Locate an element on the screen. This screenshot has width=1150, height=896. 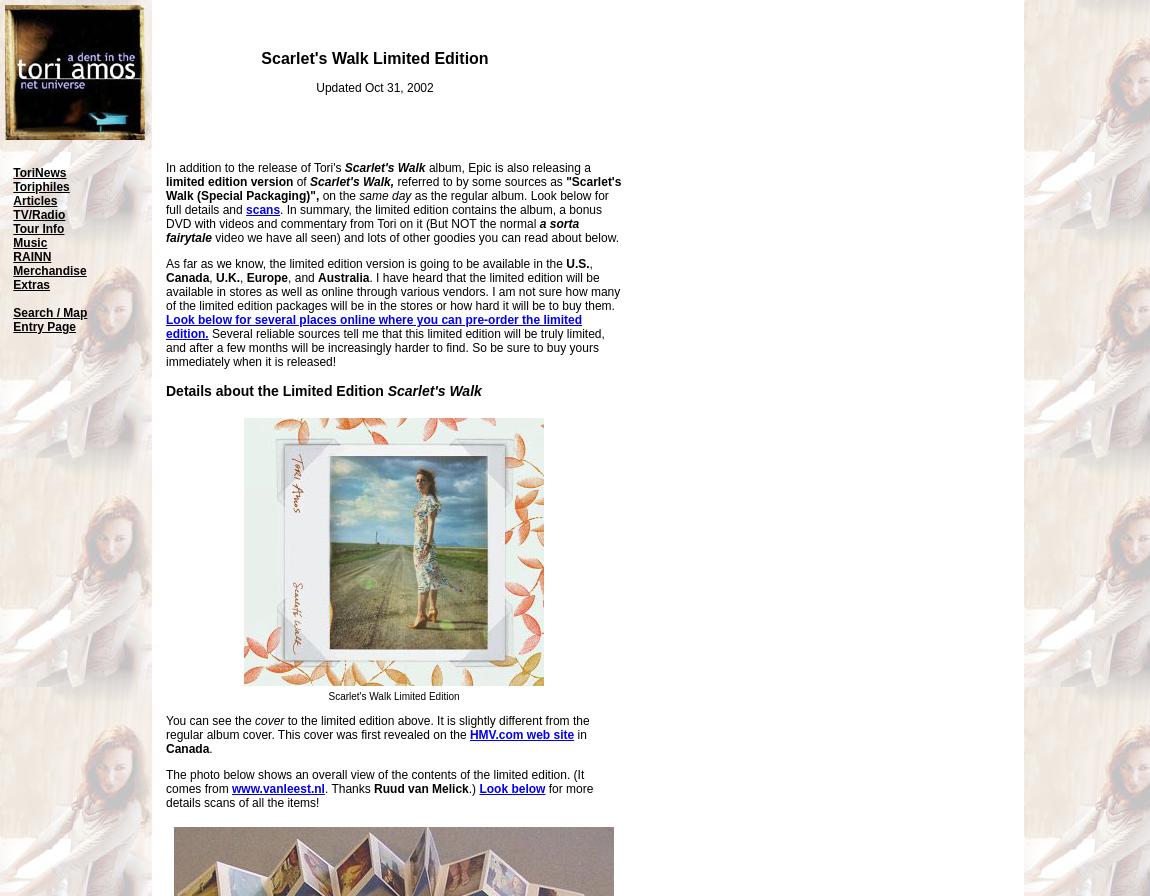
'RAINN' is located at coordinates (11, 256).